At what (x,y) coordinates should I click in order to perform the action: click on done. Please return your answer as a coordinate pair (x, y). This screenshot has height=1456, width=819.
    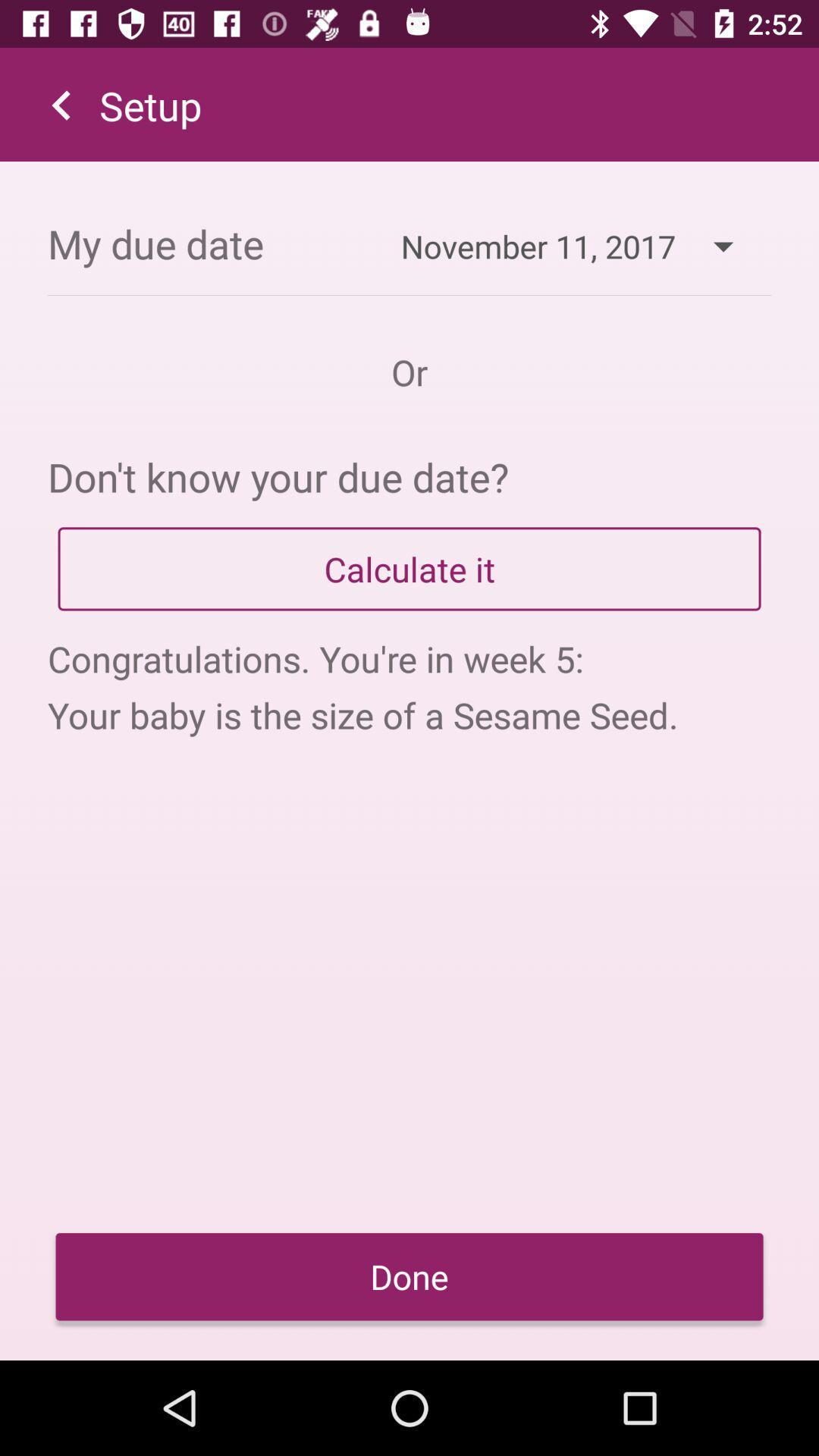
    Looking at the image, I should click on (409, 1276).